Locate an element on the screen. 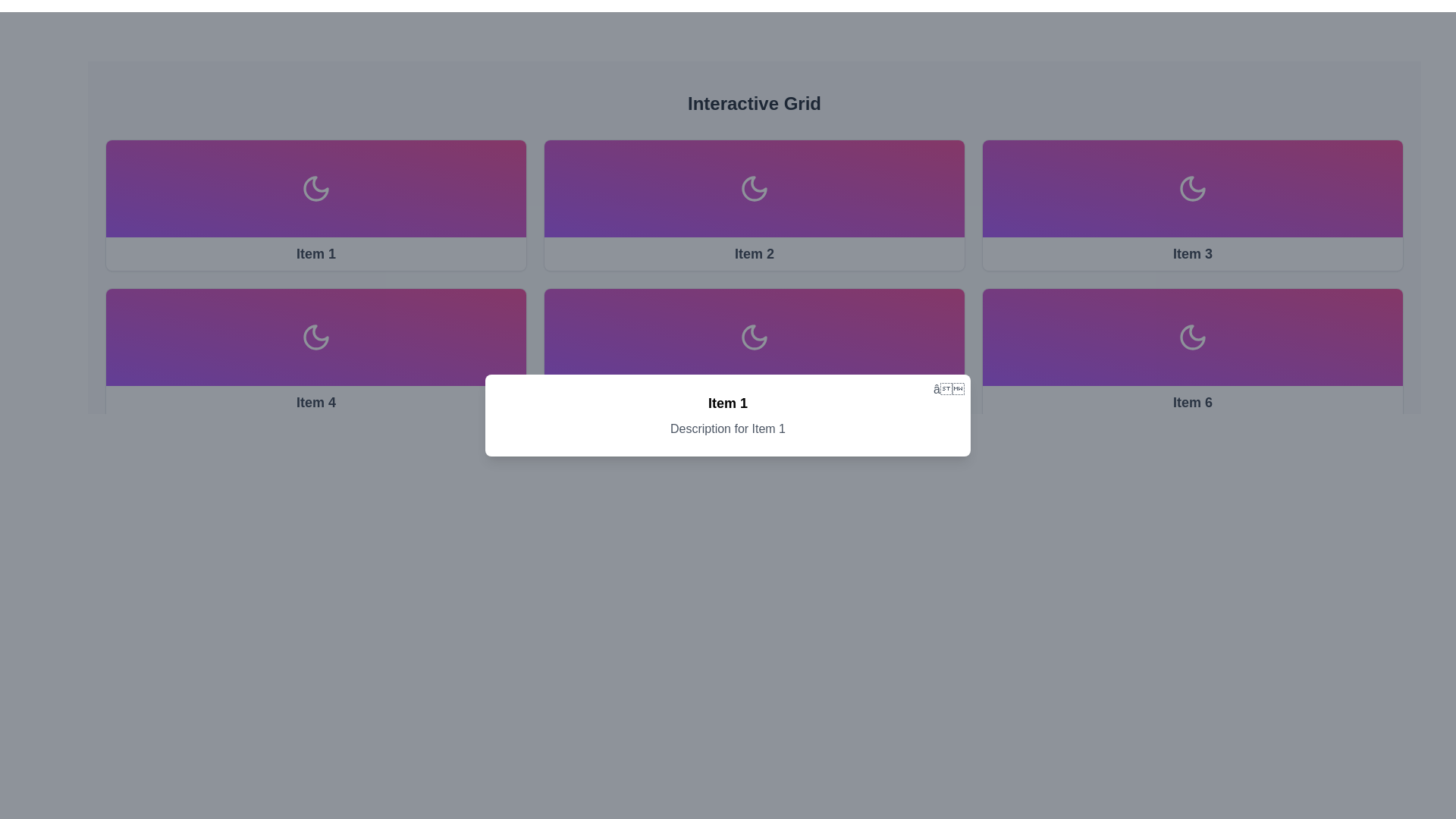 This screenshot has height=819, width=1456. the moon icon with a crescent shape, which is styled with a thin stroke and placed on a purple gradient background in the bottom right box of a grid layout is located at coordinates (754, 336).